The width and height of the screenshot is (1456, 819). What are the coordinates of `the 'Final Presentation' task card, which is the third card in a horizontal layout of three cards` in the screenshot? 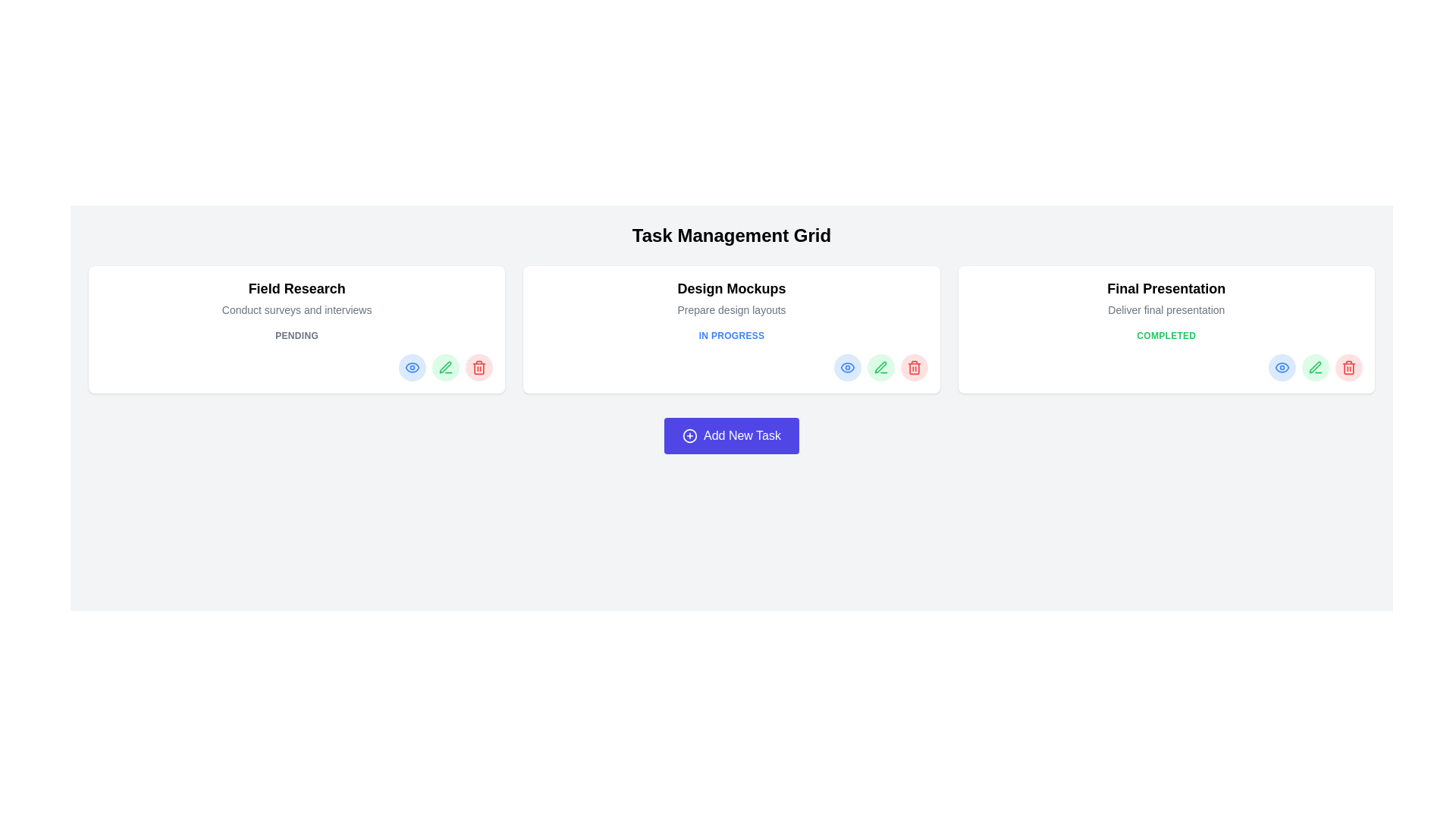 It's located at (1166, 329).